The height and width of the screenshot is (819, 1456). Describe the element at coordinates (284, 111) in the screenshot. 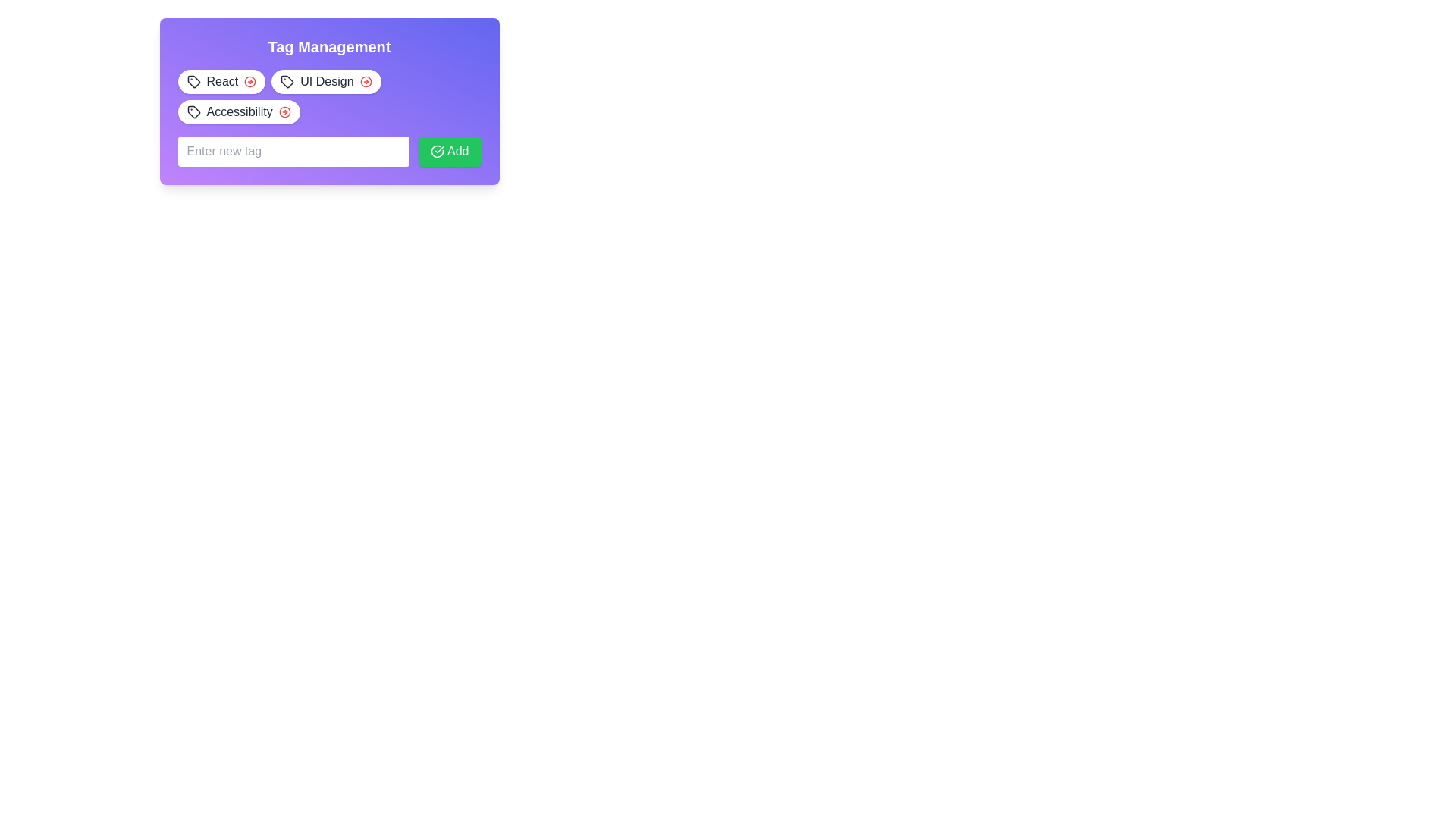

I see `the button with an icon for the 'Accessibility' tag, located at the top left of the interface` at that location.